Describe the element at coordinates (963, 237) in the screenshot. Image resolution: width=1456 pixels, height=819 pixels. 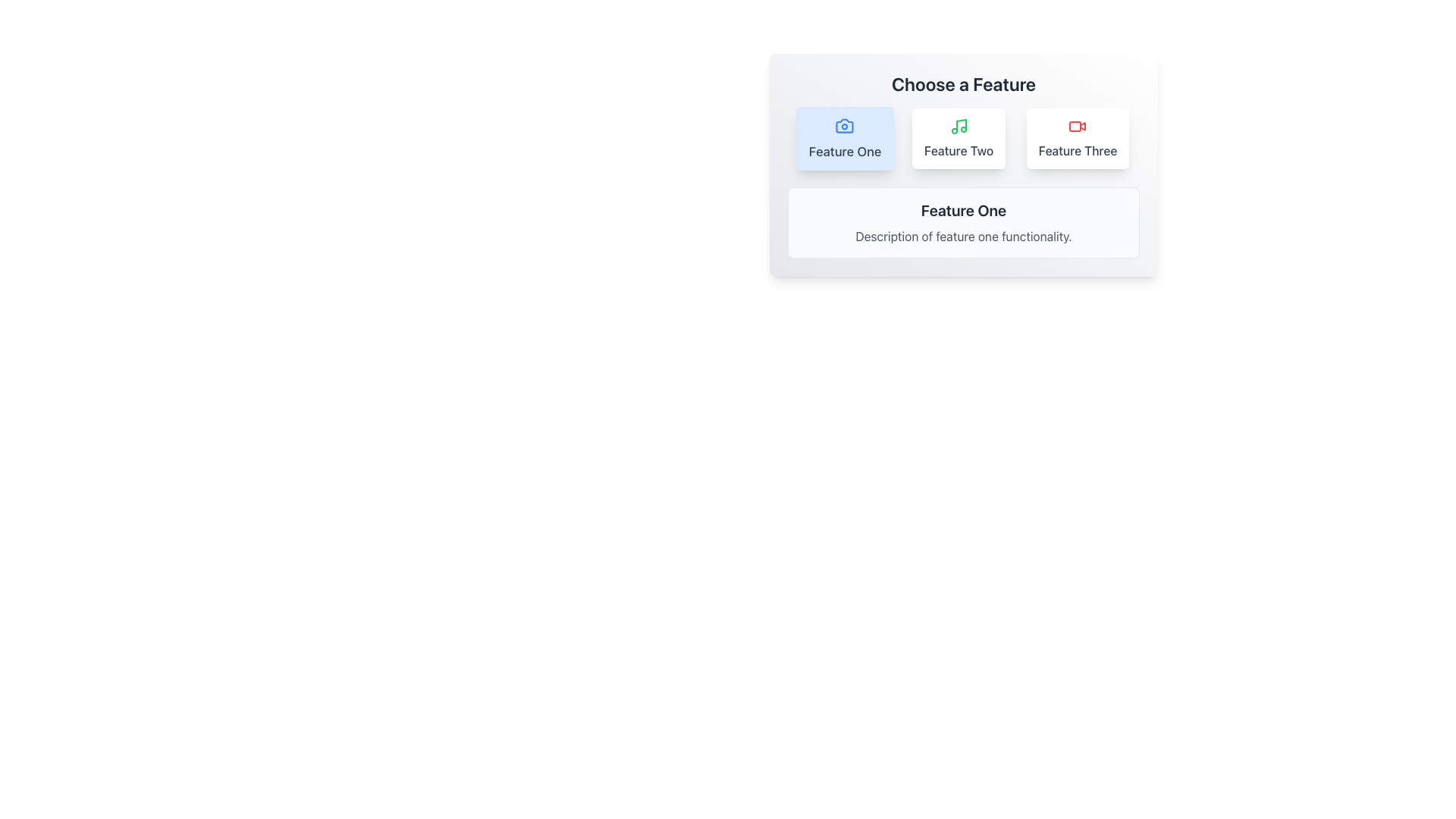
I see `text label that displays 'Description of feature one functionality.' located directly below the title 'Feature One'` at that location.